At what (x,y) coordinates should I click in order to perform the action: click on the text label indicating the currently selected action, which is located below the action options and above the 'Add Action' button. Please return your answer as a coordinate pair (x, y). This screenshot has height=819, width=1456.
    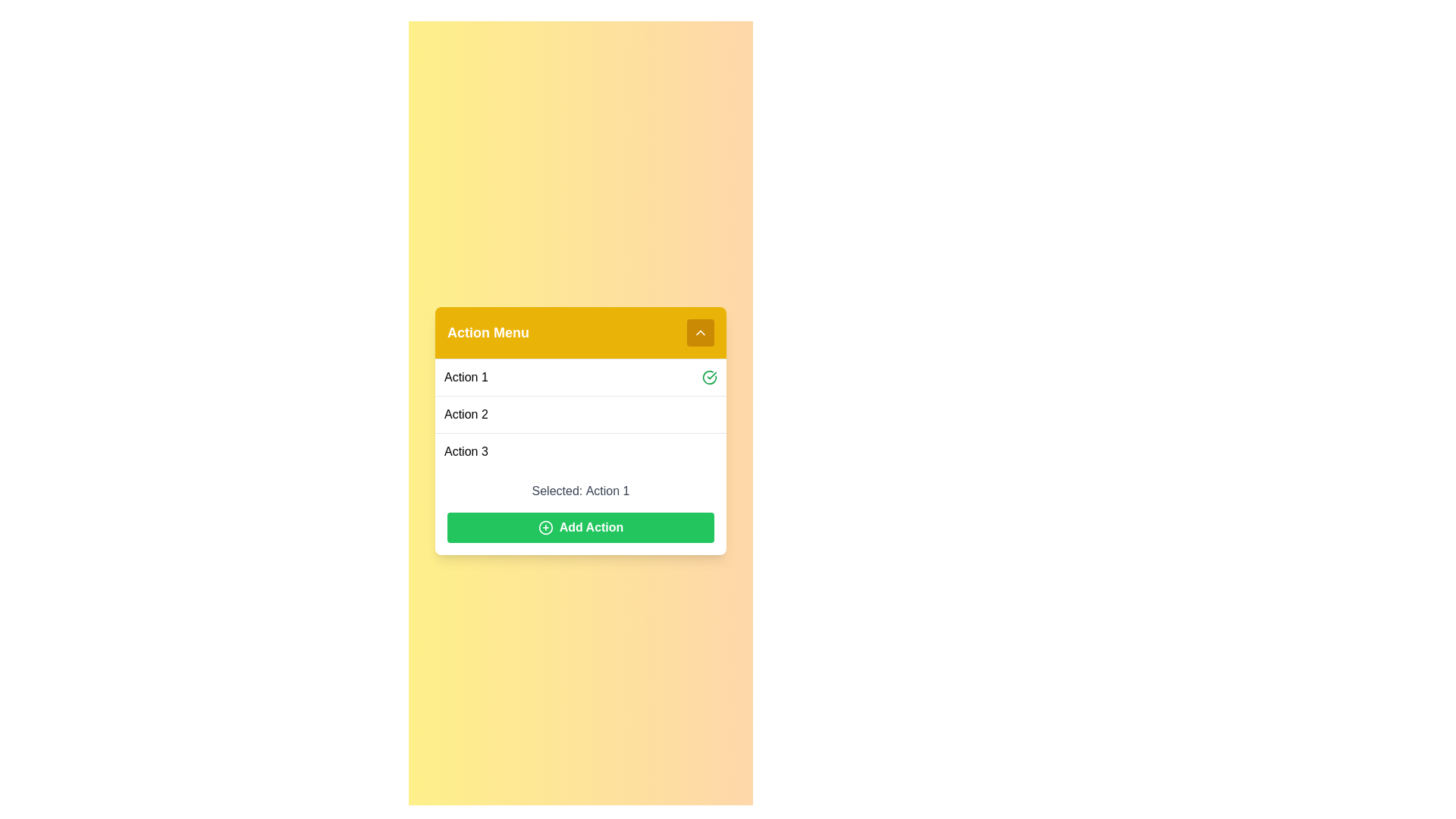
    Looking at the image, I should click on (580, 491).